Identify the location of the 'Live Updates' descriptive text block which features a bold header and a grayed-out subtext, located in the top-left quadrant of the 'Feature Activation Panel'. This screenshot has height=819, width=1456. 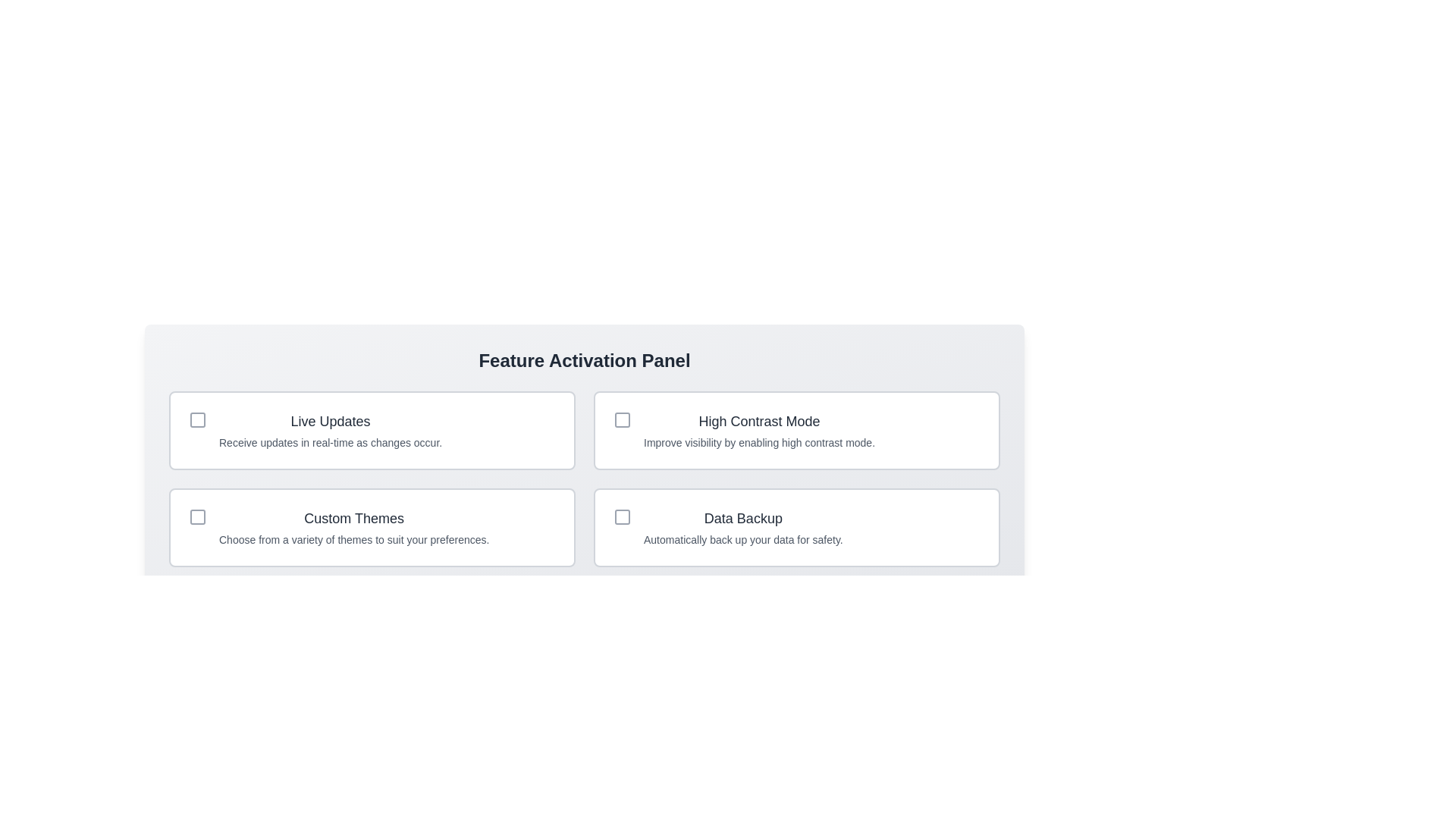
(330, 430).